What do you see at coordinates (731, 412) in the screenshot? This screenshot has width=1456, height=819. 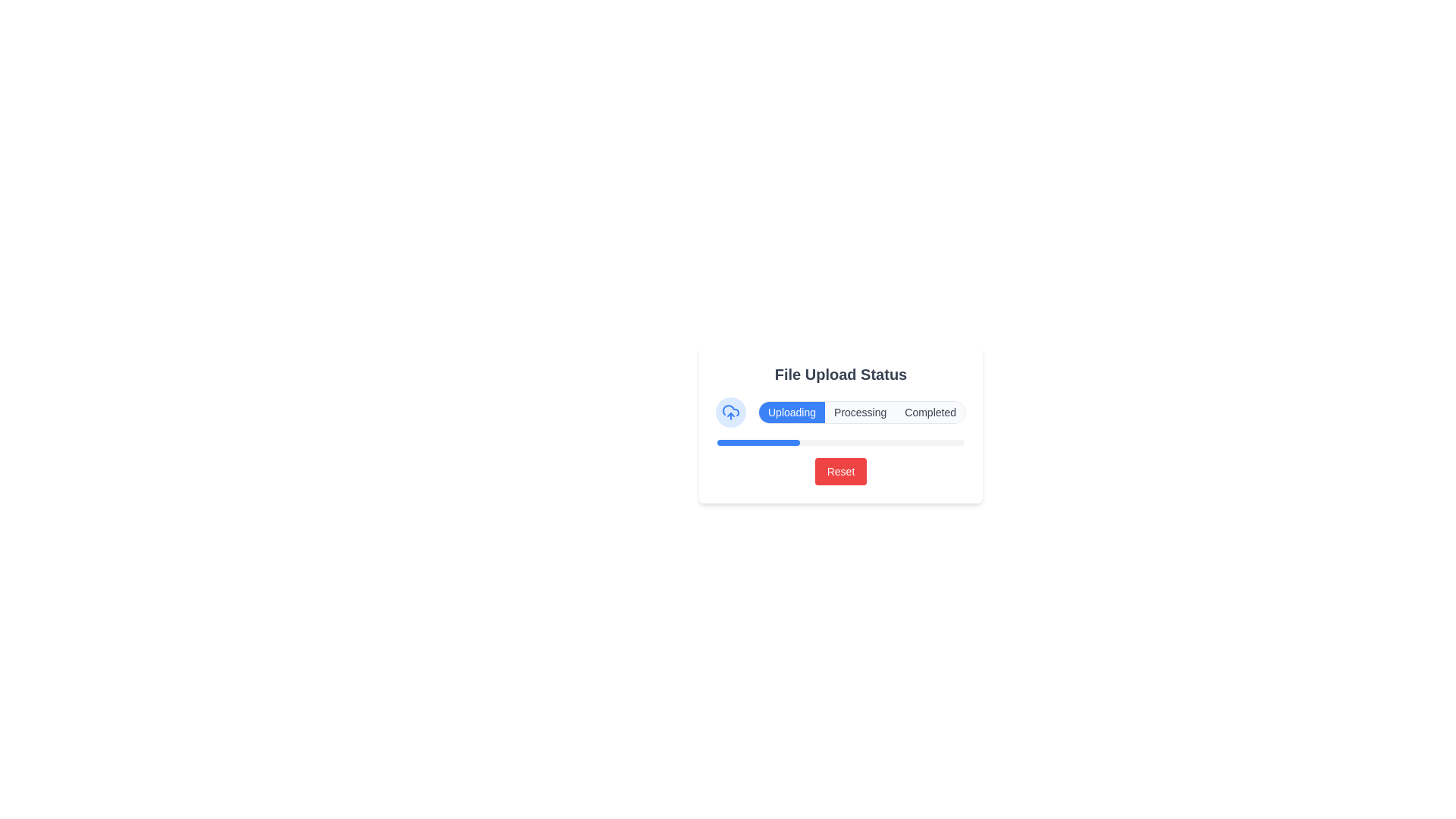 I see `the round-shaped icon with a light blue background and cloud upload symbol, located within the 'File Upload Status' layout, positioned to the left of the buttons 'Uploading', 'Processing', and 'Completed'` at bounding box center [731, 412].